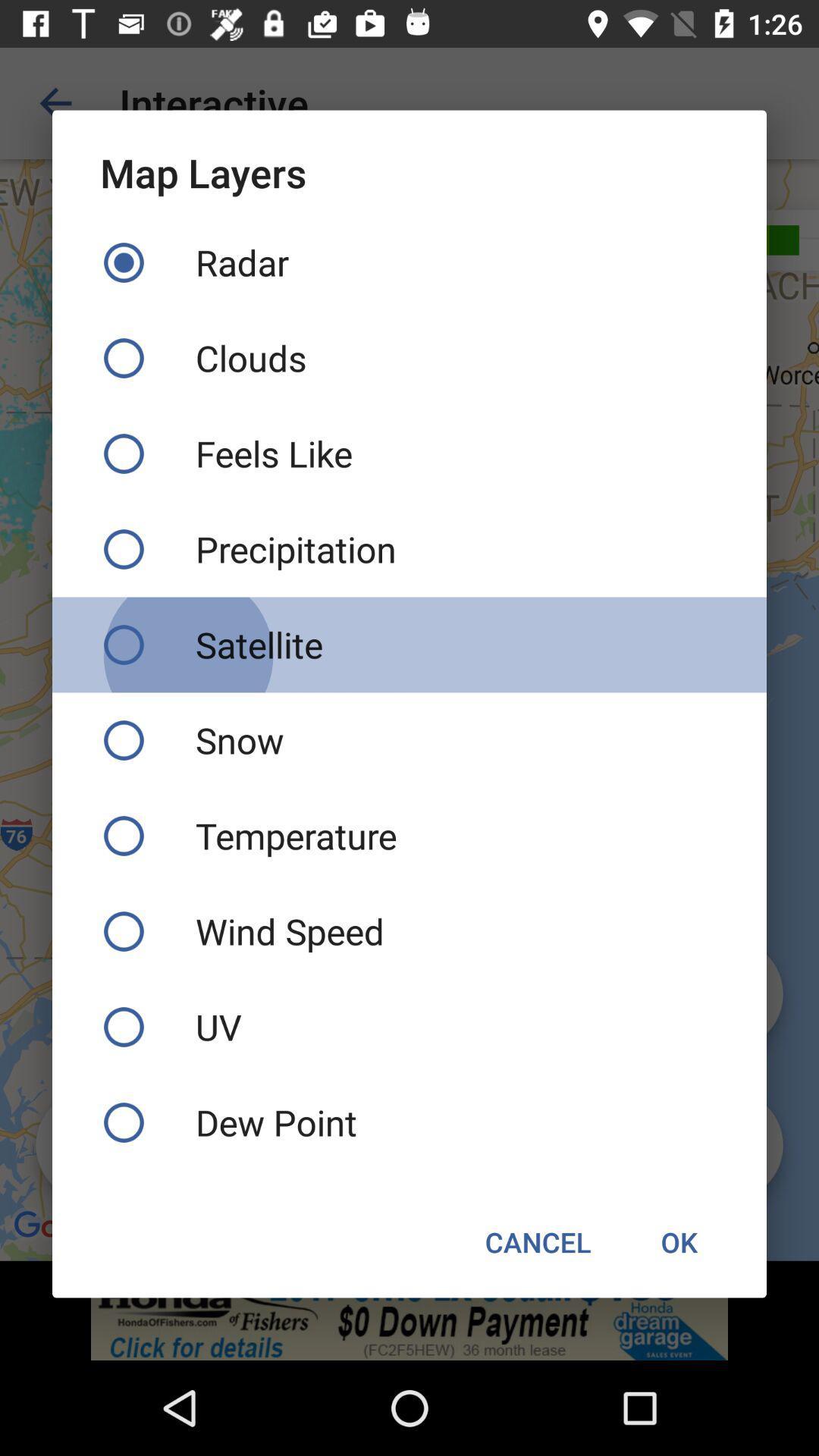 This screenshot has width=819, height=1456. I want to click on ok, so click(678, 1241).